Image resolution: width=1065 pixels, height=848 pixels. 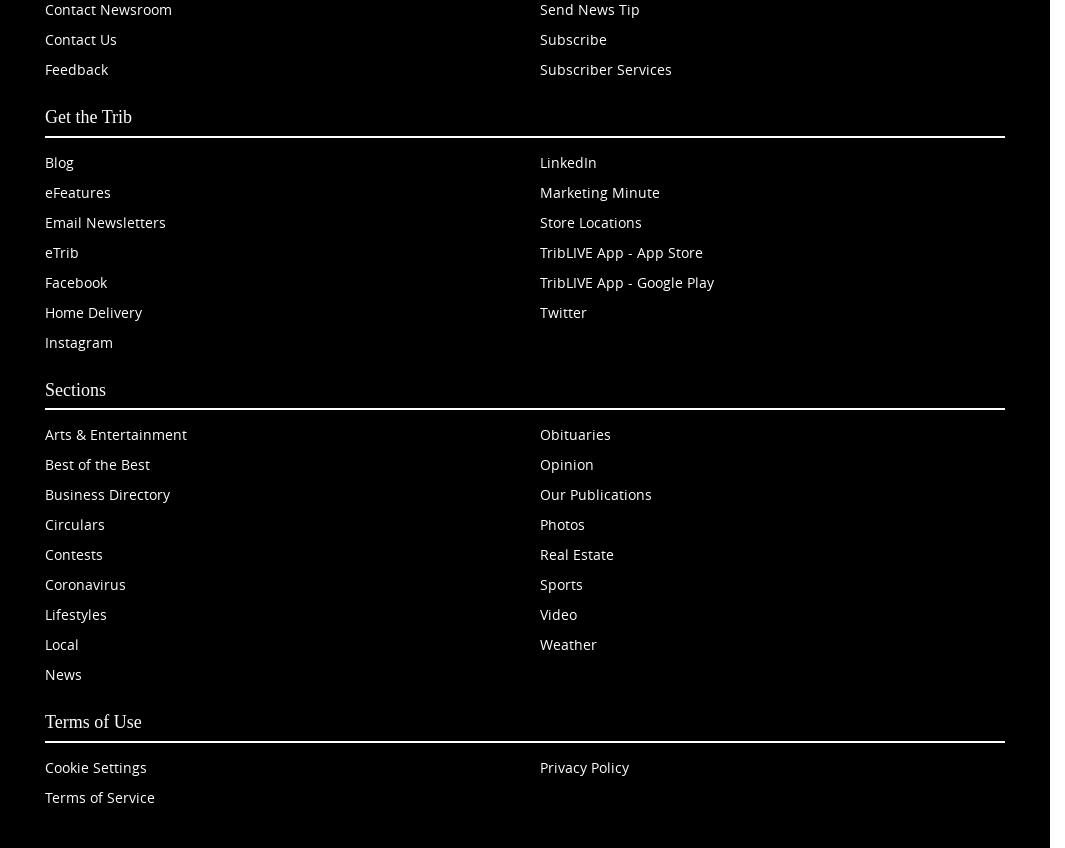 I want to click on 'Obituaries', so click(x=539, y=433).